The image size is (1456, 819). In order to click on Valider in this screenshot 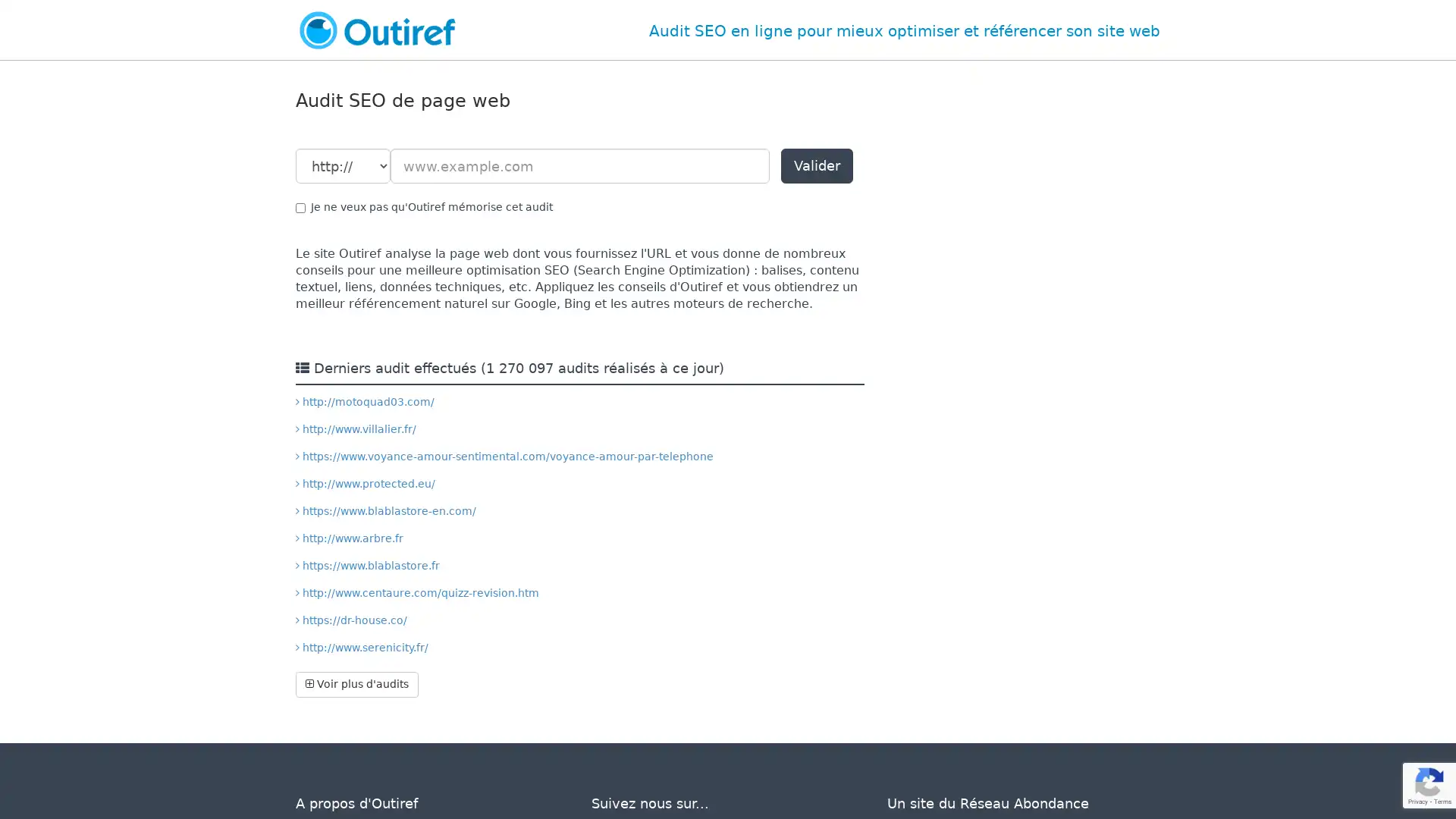, I will do `click(816, 166)`.